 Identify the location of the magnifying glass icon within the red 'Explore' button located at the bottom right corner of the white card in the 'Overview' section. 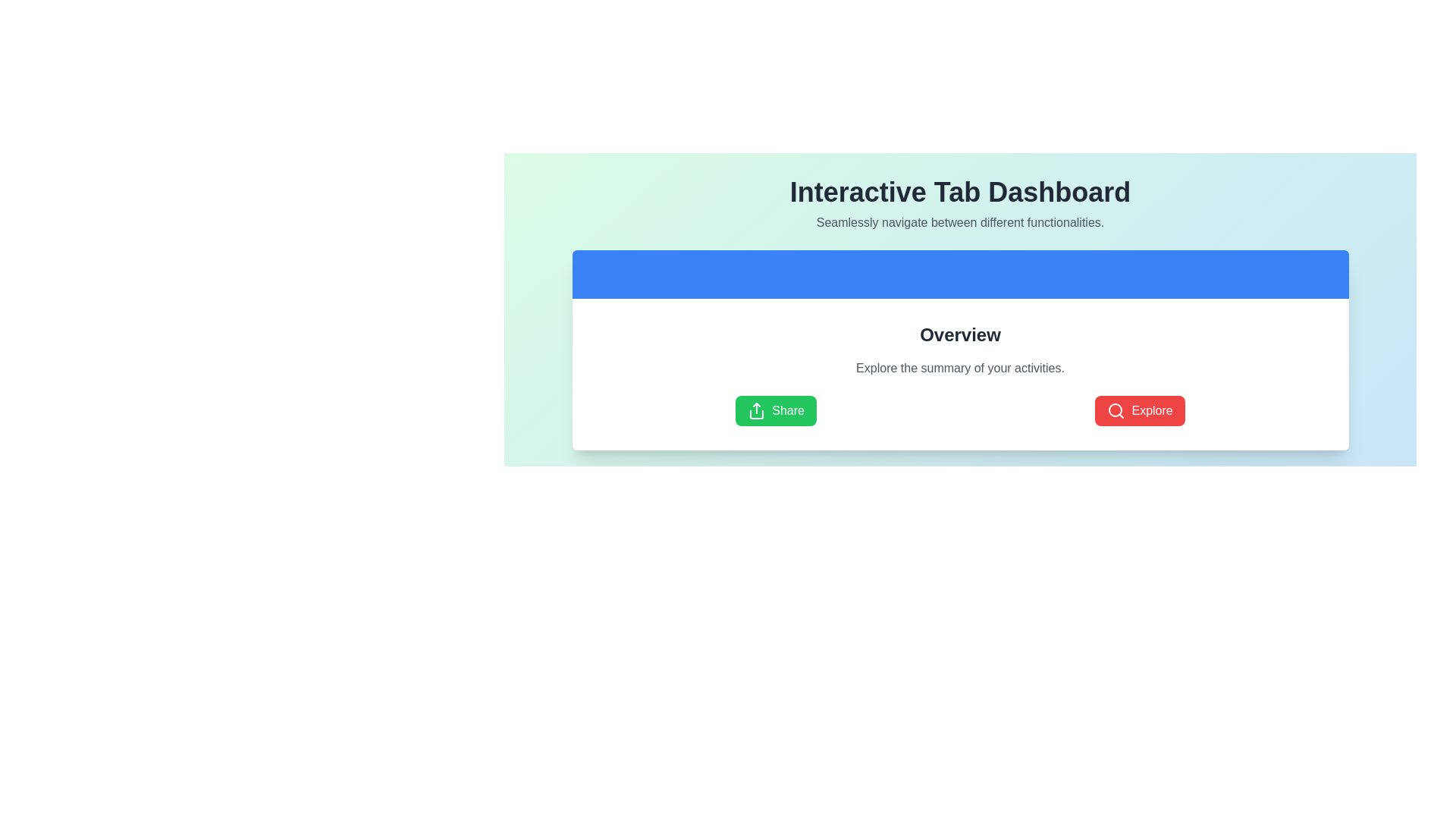
(1116, 411).